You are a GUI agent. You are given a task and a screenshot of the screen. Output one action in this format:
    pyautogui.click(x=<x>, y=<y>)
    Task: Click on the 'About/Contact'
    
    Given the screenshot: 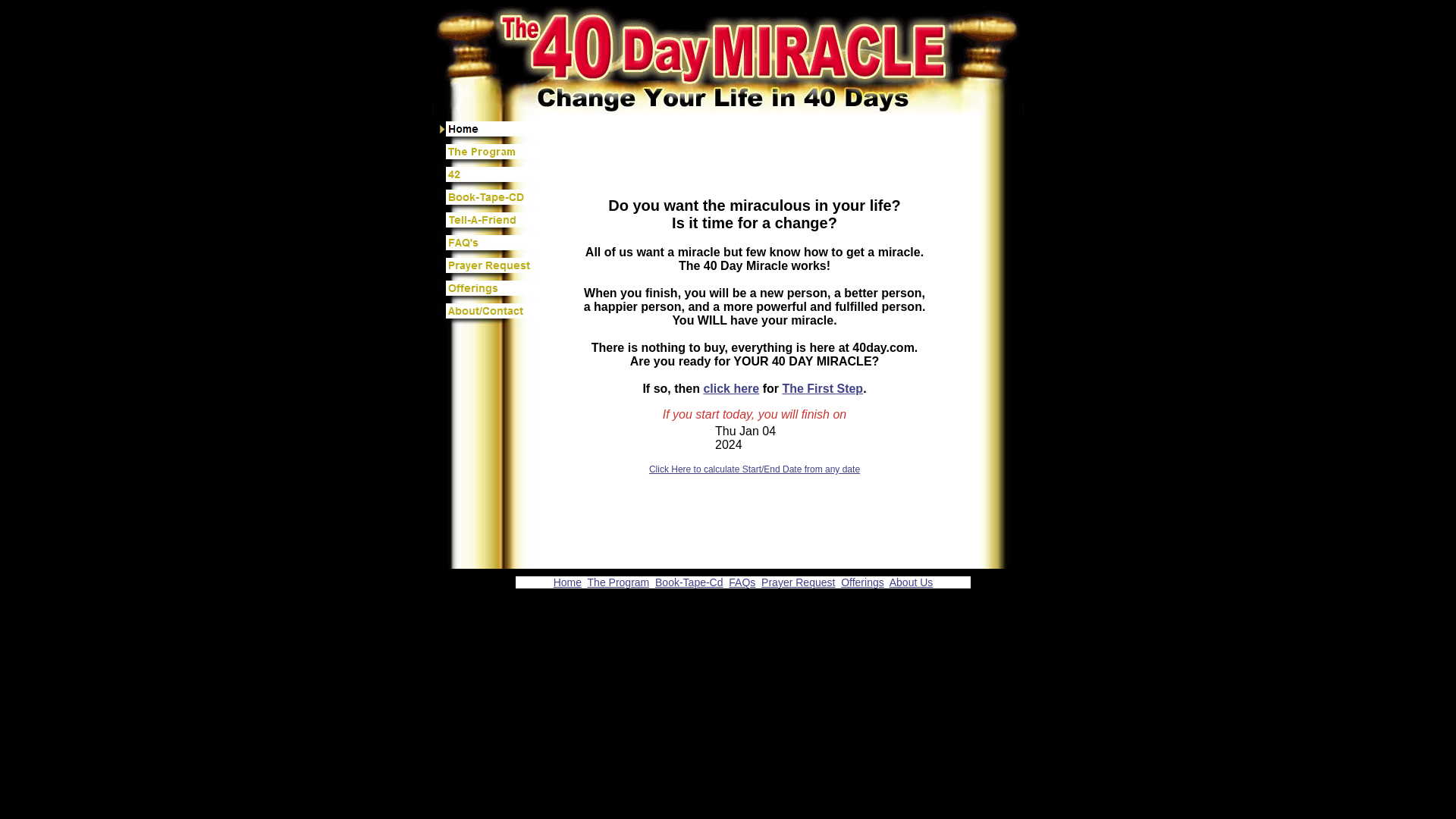 What is the action you would take?
    pyautogui.click(x=439, y=314)
    